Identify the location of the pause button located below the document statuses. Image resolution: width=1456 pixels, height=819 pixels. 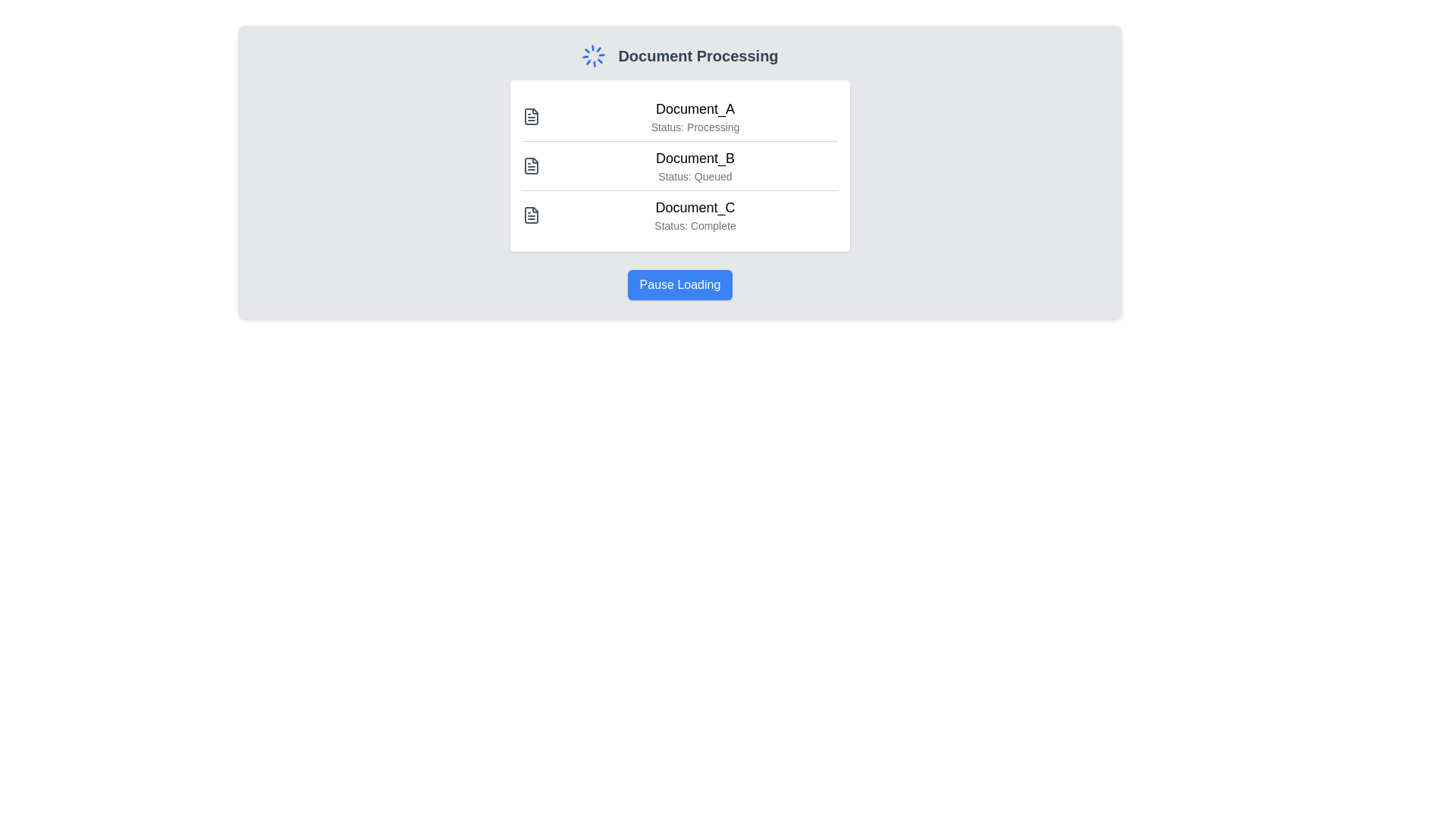
(679, 284).